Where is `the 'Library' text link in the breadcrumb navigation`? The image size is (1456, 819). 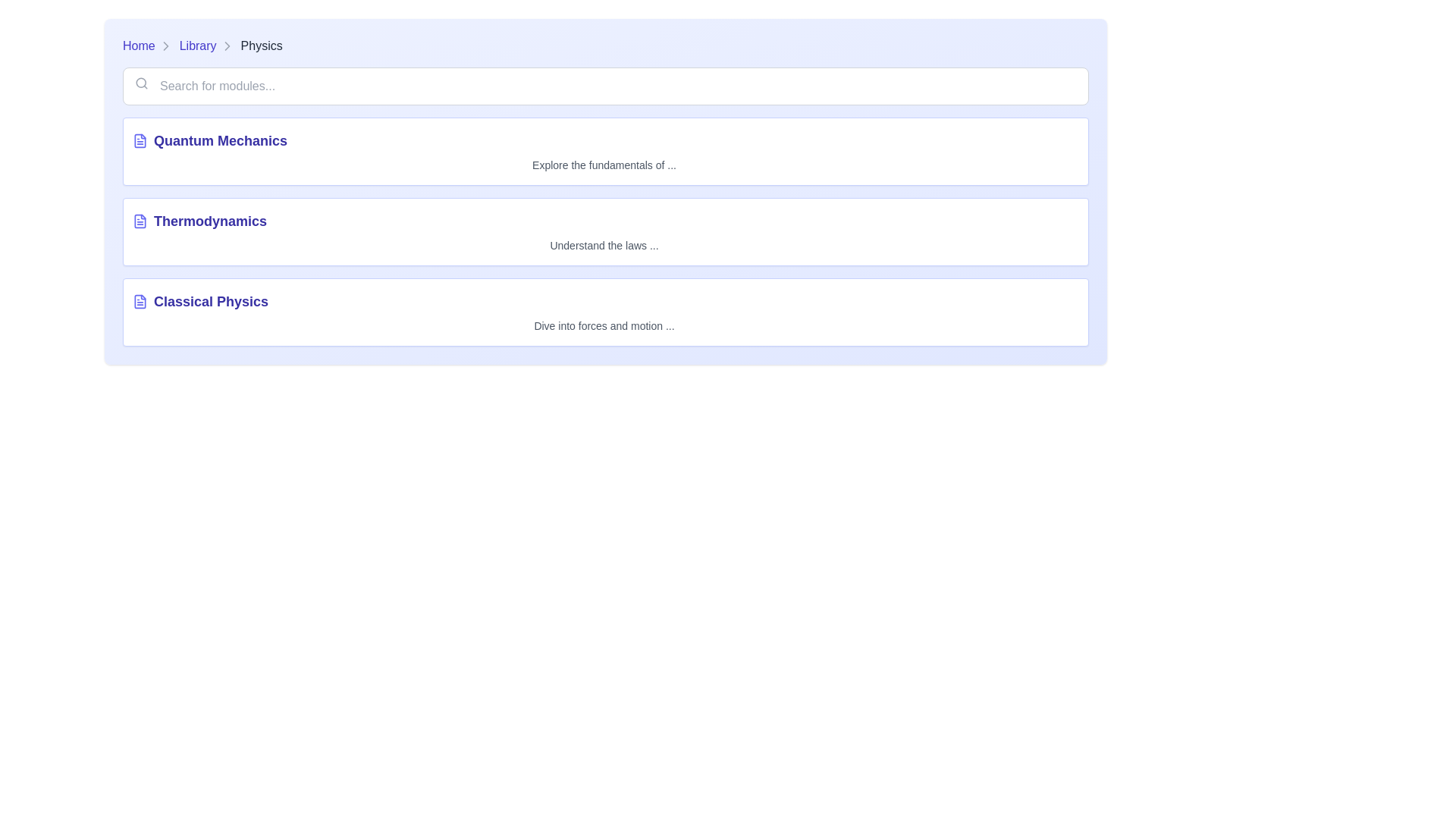
the 'Library' text link in the breadcrumb navigation is located at coordinates (197, 45).